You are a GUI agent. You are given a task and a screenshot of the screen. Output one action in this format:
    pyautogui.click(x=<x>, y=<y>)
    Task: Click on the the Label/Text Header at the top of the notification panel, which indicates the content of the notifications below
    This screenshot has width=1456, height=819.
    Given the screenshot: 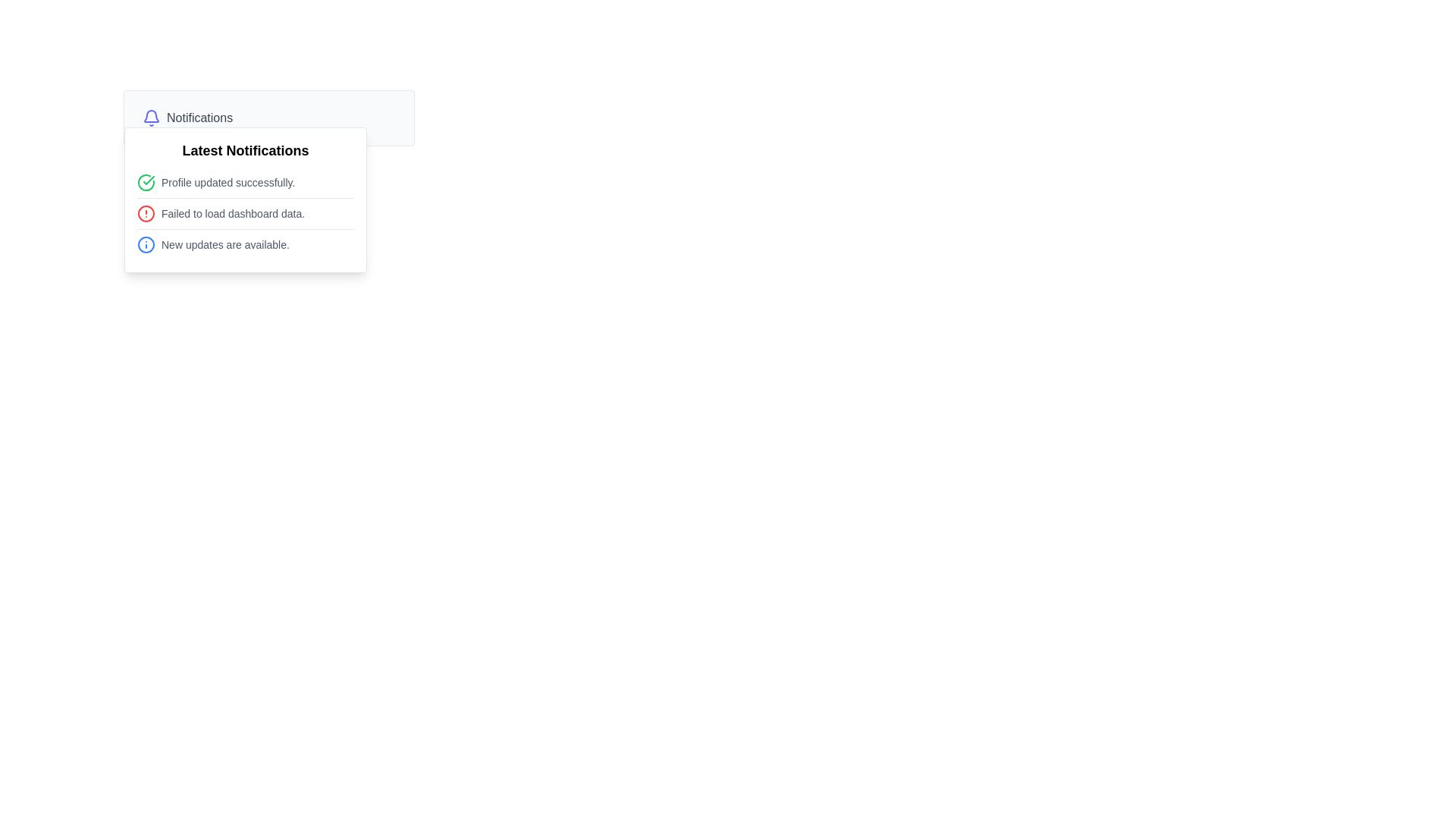 What is the action you would take?
    pyautogui.click(x=246, y=151)
    